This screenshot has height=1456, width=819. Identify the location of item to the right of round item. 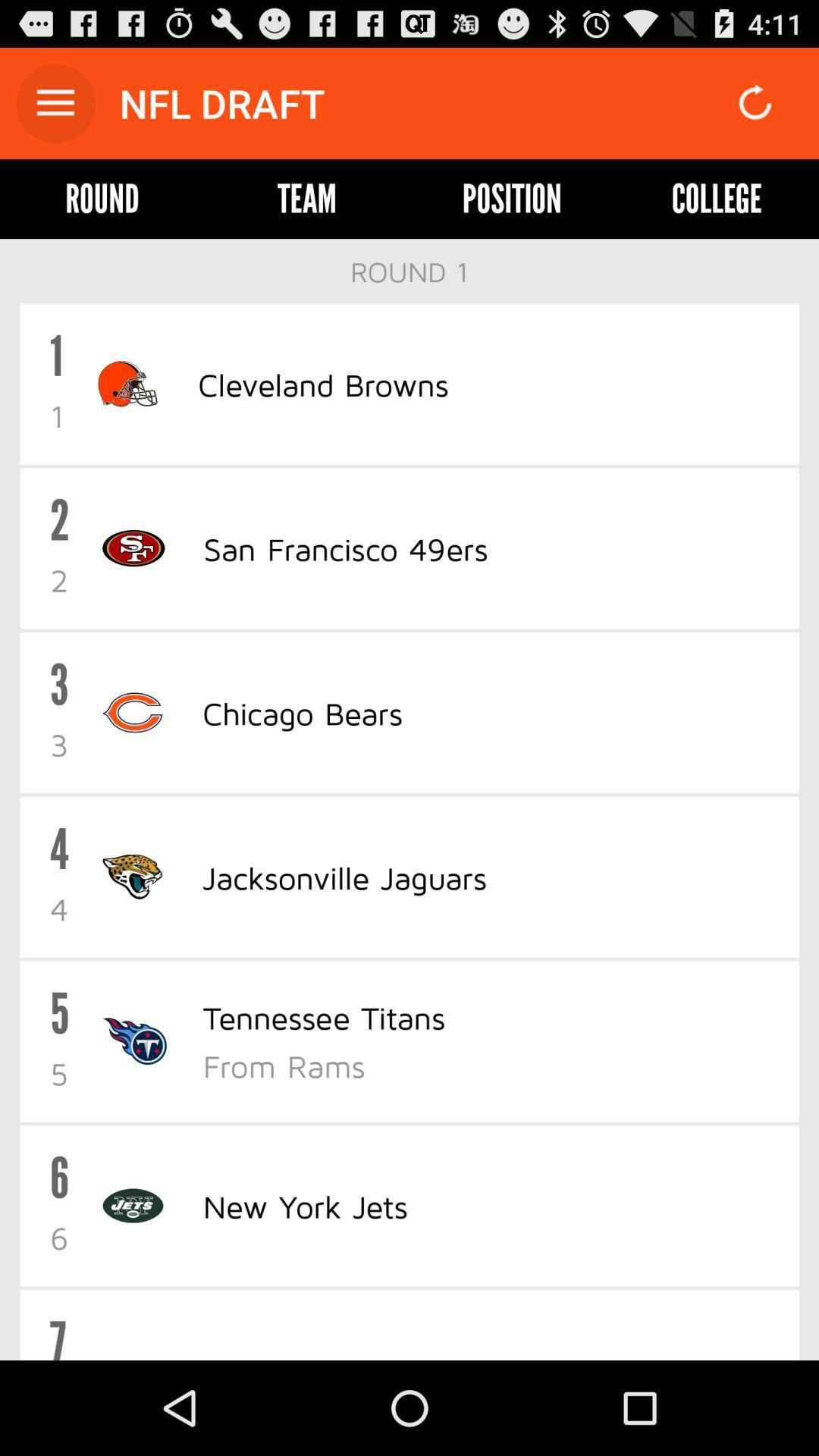
(307, 198).